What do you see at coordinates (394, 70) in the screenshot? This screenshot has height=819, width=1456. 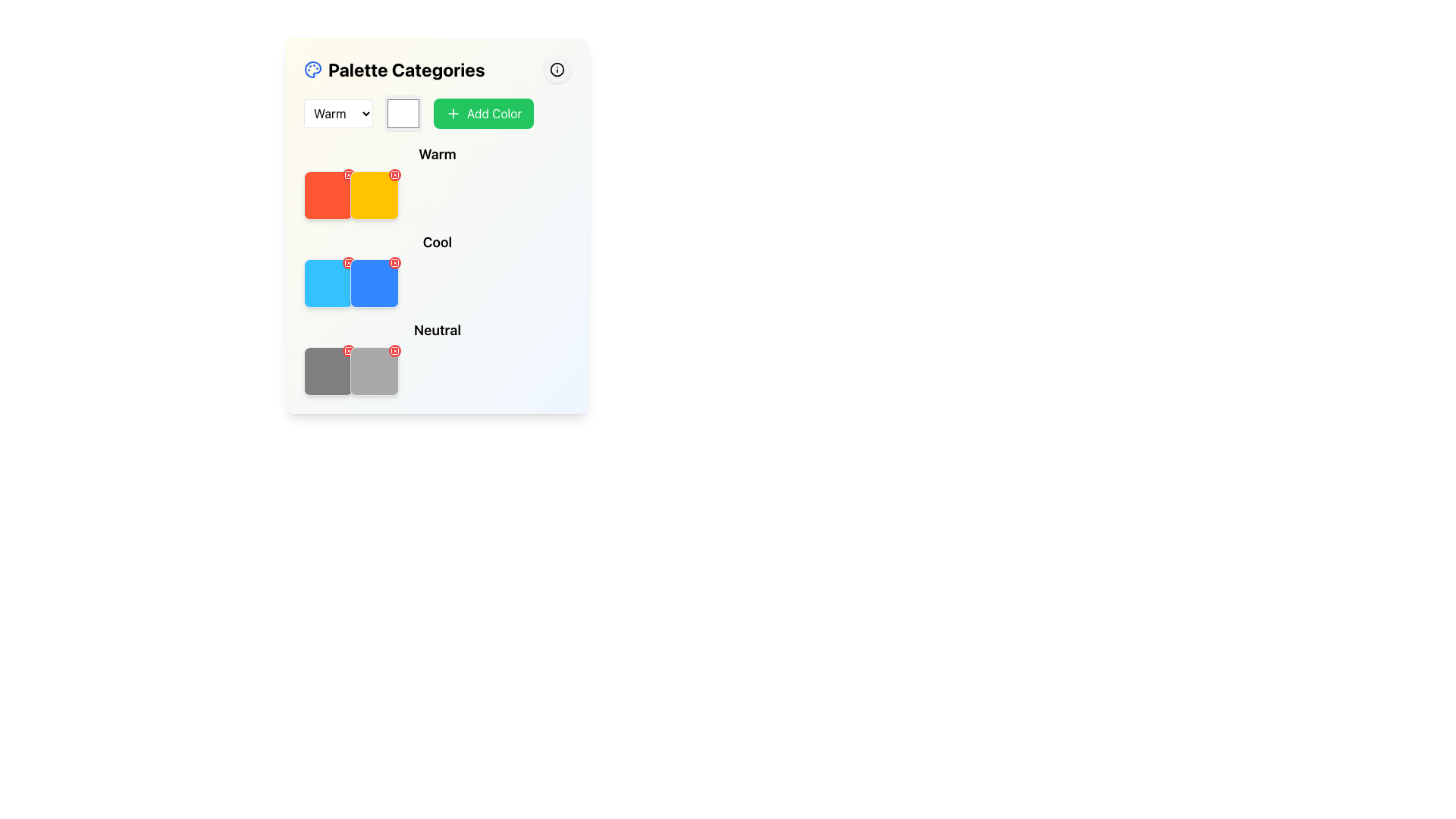 I see `the Text Heading located at the top-left corner of the section, which provides context for the content below` at bounding box center [394, 70].